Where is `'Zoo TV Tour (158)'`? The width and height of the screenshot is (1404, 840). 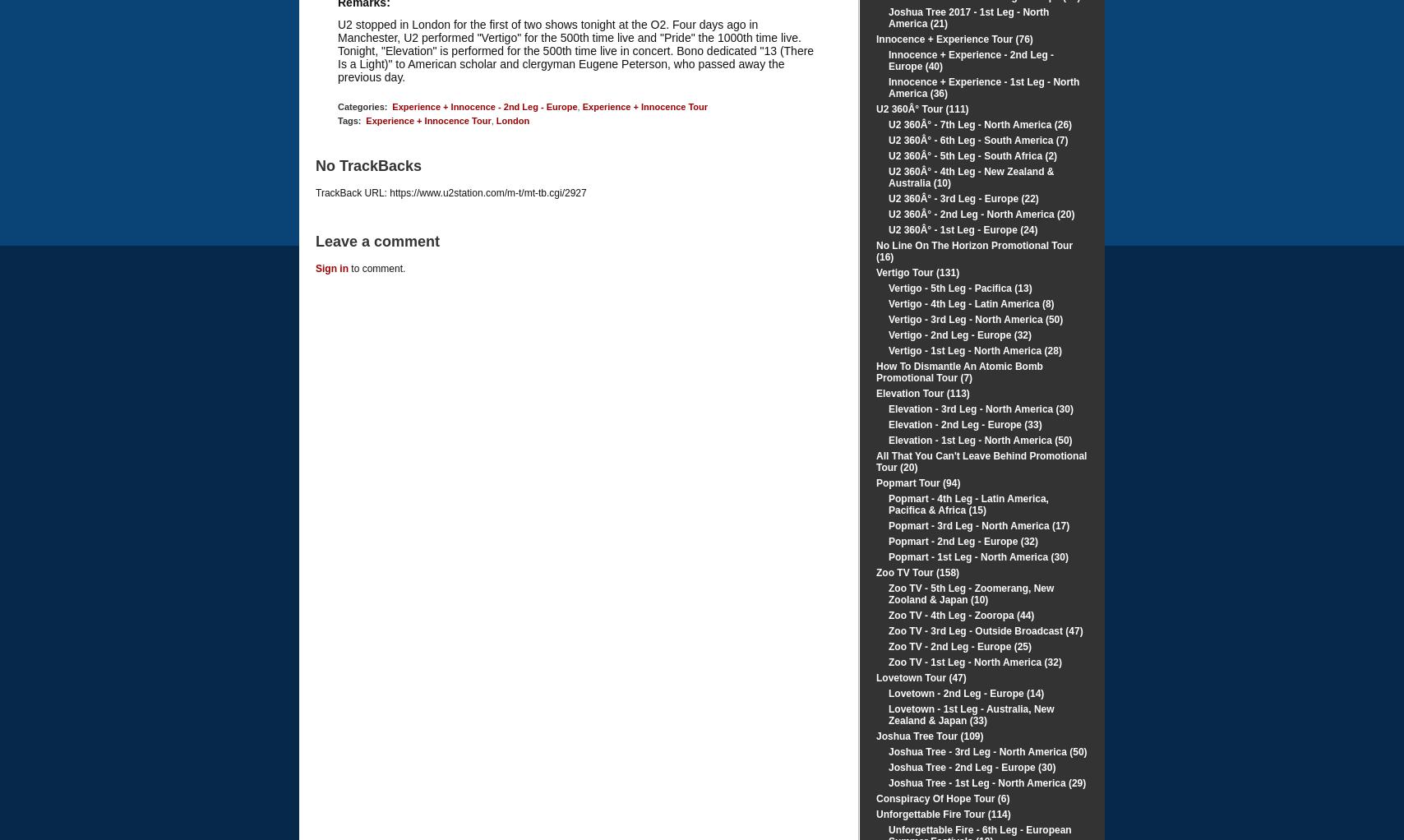 'Zoo TV Tour (158)' is located at coordinates (917, 573).